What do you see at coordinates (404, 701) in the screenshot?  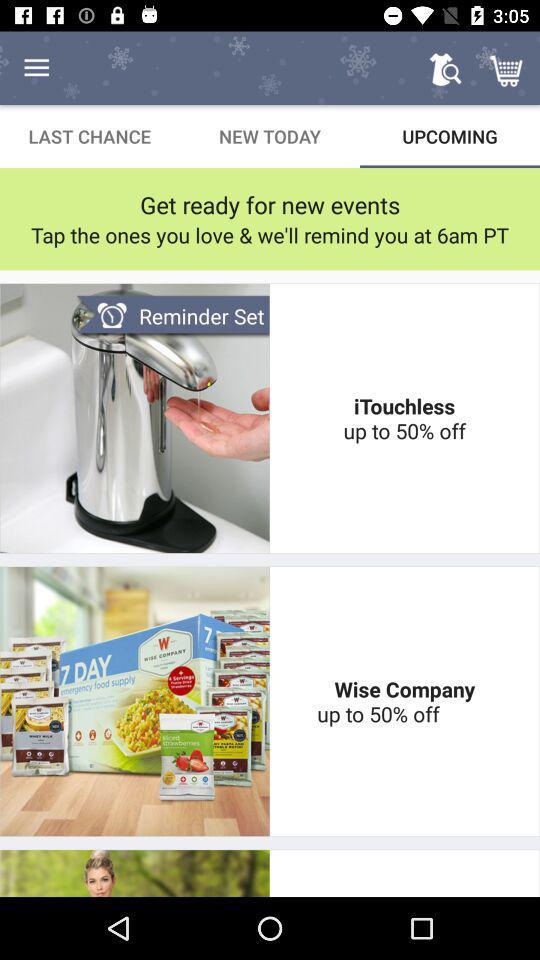 I see `the wise company up item` at bounding box center [404, 701].